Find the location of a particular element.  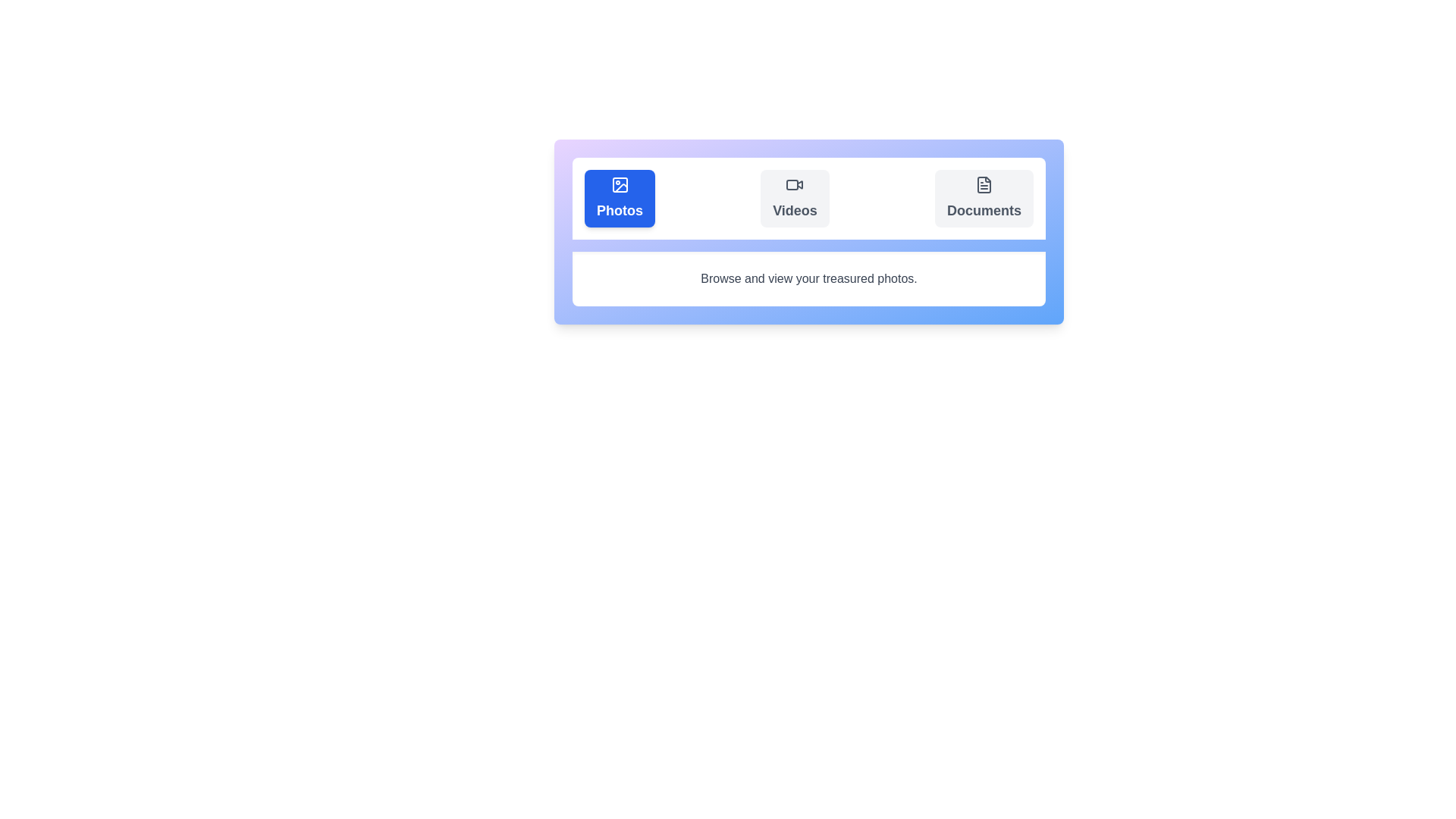

the decorative graphical SVG component that represents a photo, which is located inside the 'Photos' button on the upper left side of the interface is located at coordinates (620, 184).